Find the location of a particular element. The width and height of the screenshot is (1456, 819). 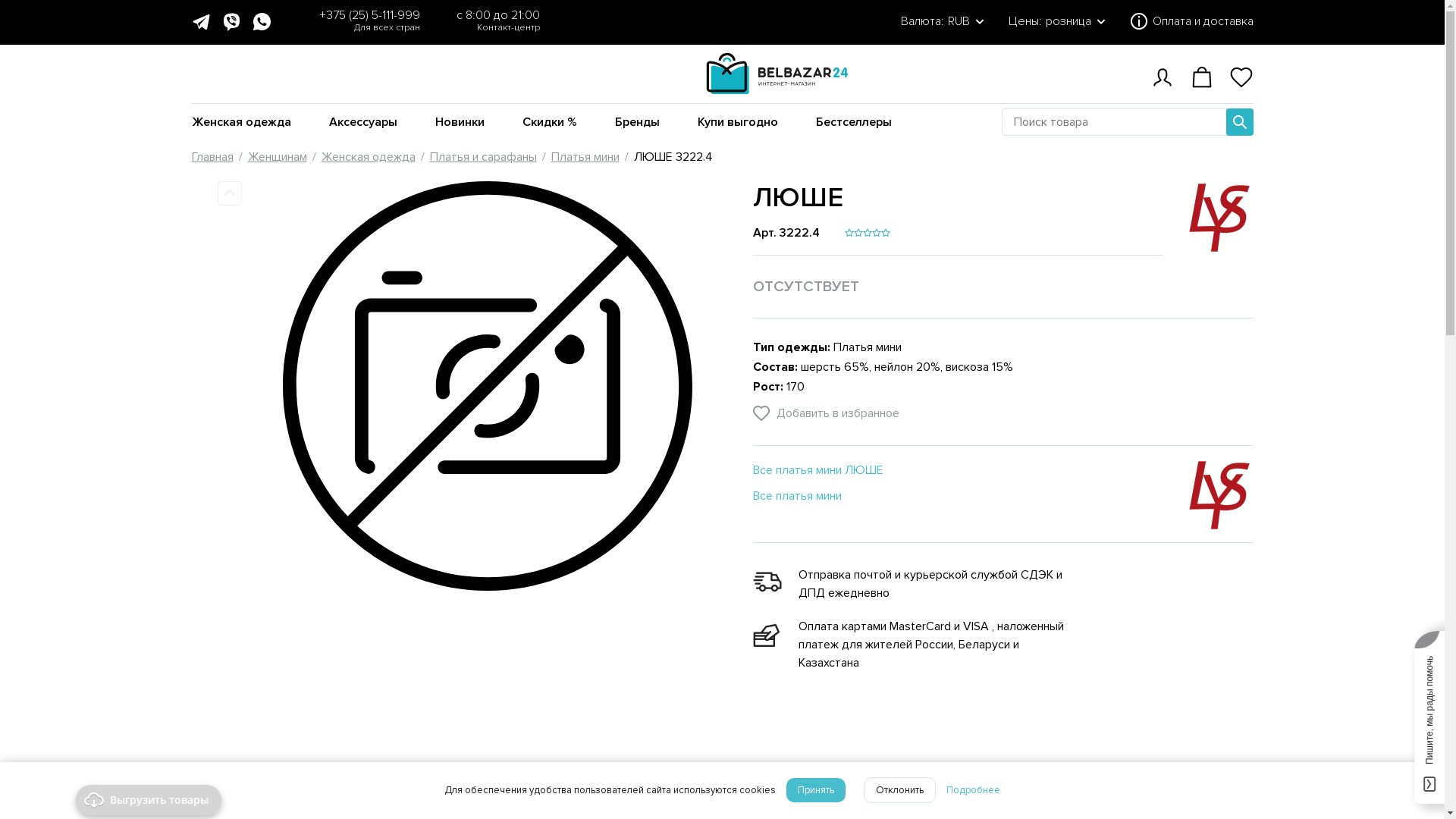

'+375 (25) 5-111-999' is located at coordinates (369, 14).